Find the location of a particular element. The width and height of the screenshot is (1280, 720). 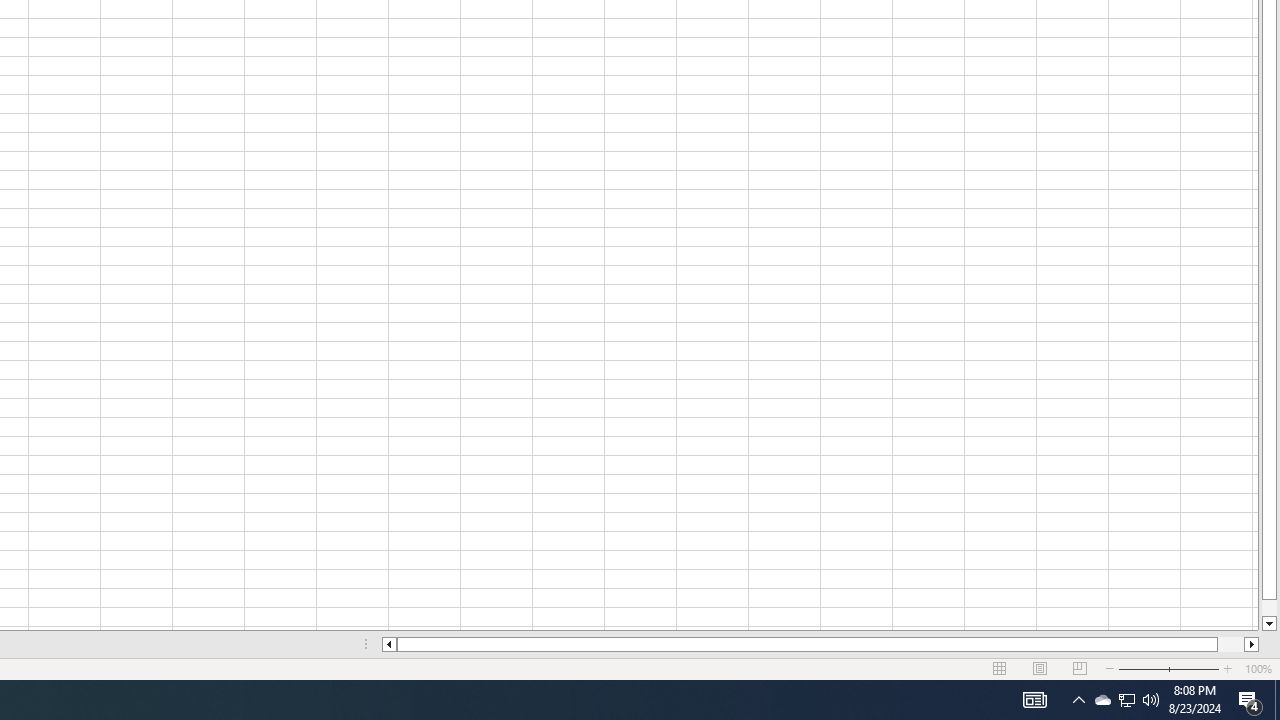

'Column left' is located at coordinates (388, 644).